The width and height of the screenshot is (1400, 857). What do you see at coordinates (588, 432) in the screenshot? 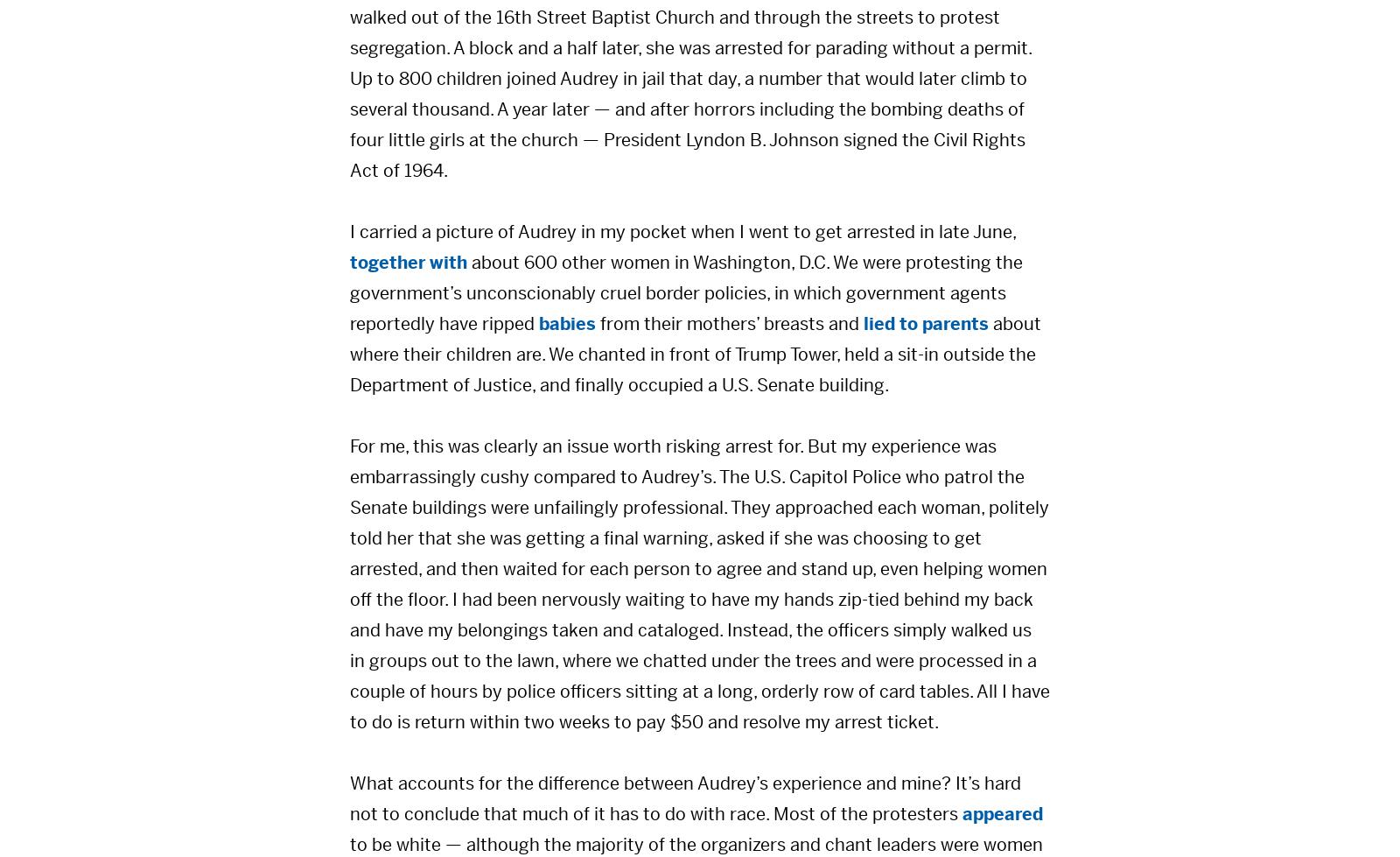
I see `'Experts'` at bounding box center [588, 432].